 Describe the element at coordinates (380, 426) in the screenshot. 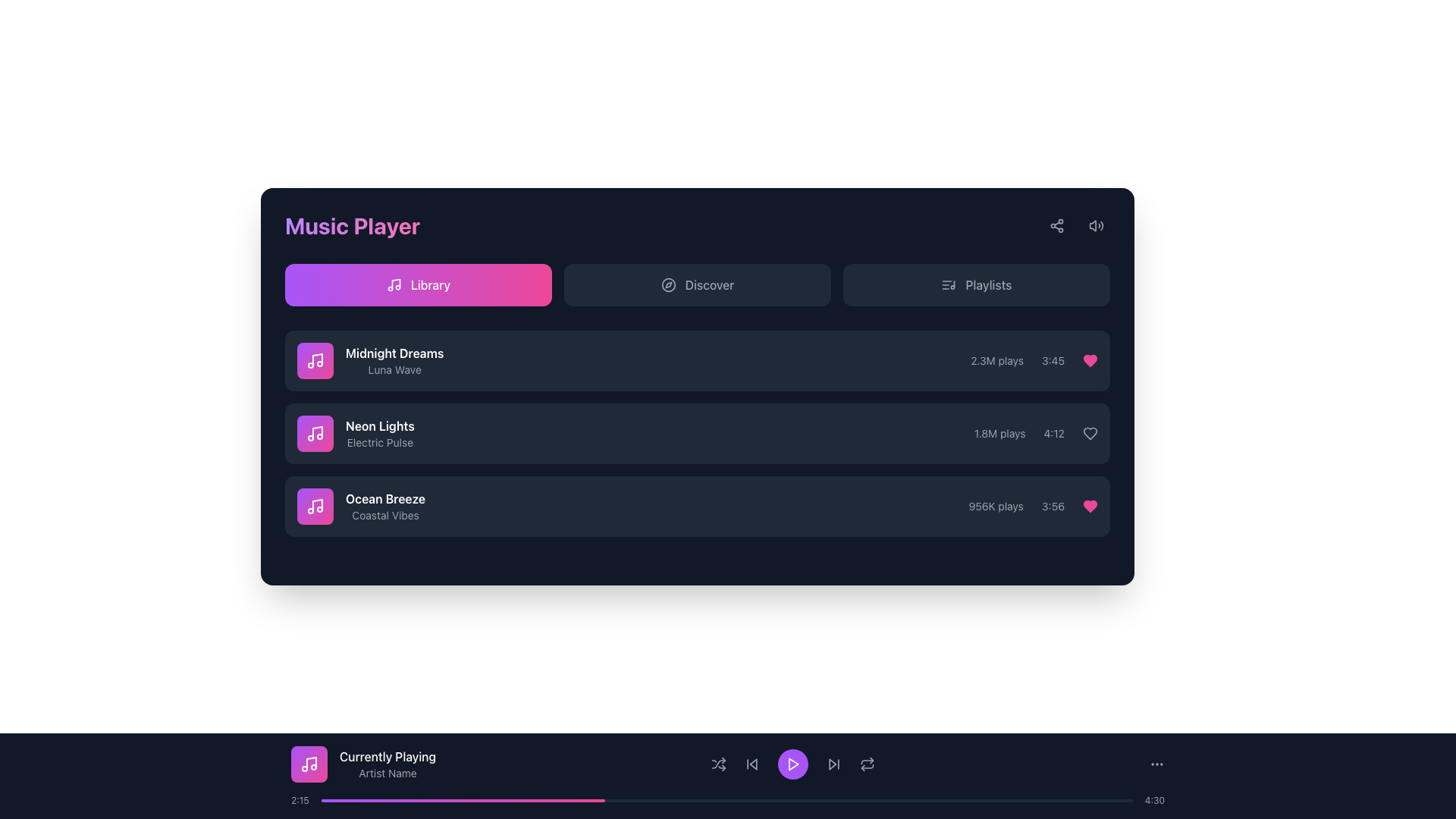

I see `the 'Neon Lights' text label, which is the title of the second music track in the list, displayed in bold white font against a dark background` at that location.